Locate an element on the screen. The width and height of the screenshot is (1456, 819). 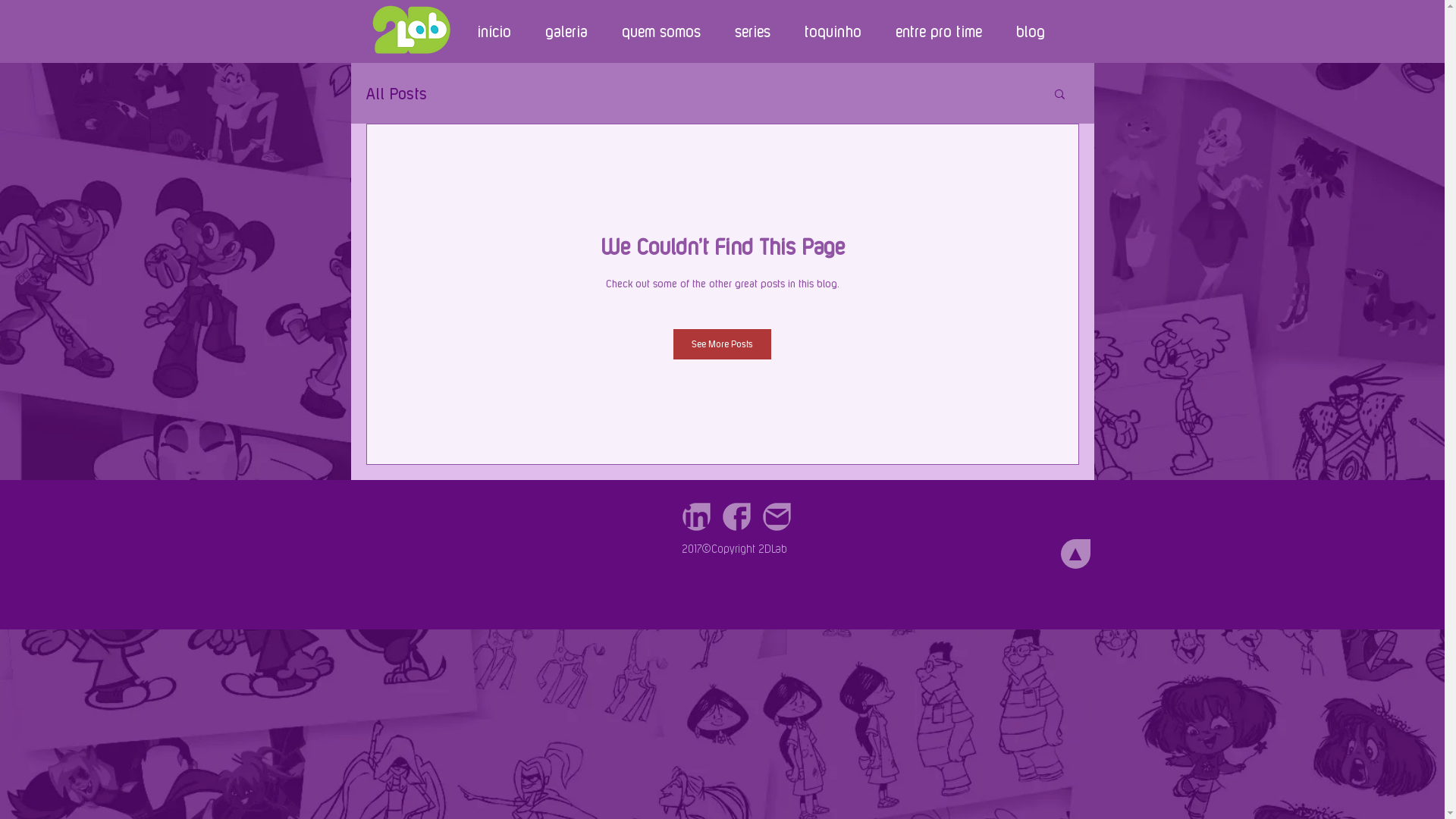
'entre pro time' is located at coordinates (937, 31).